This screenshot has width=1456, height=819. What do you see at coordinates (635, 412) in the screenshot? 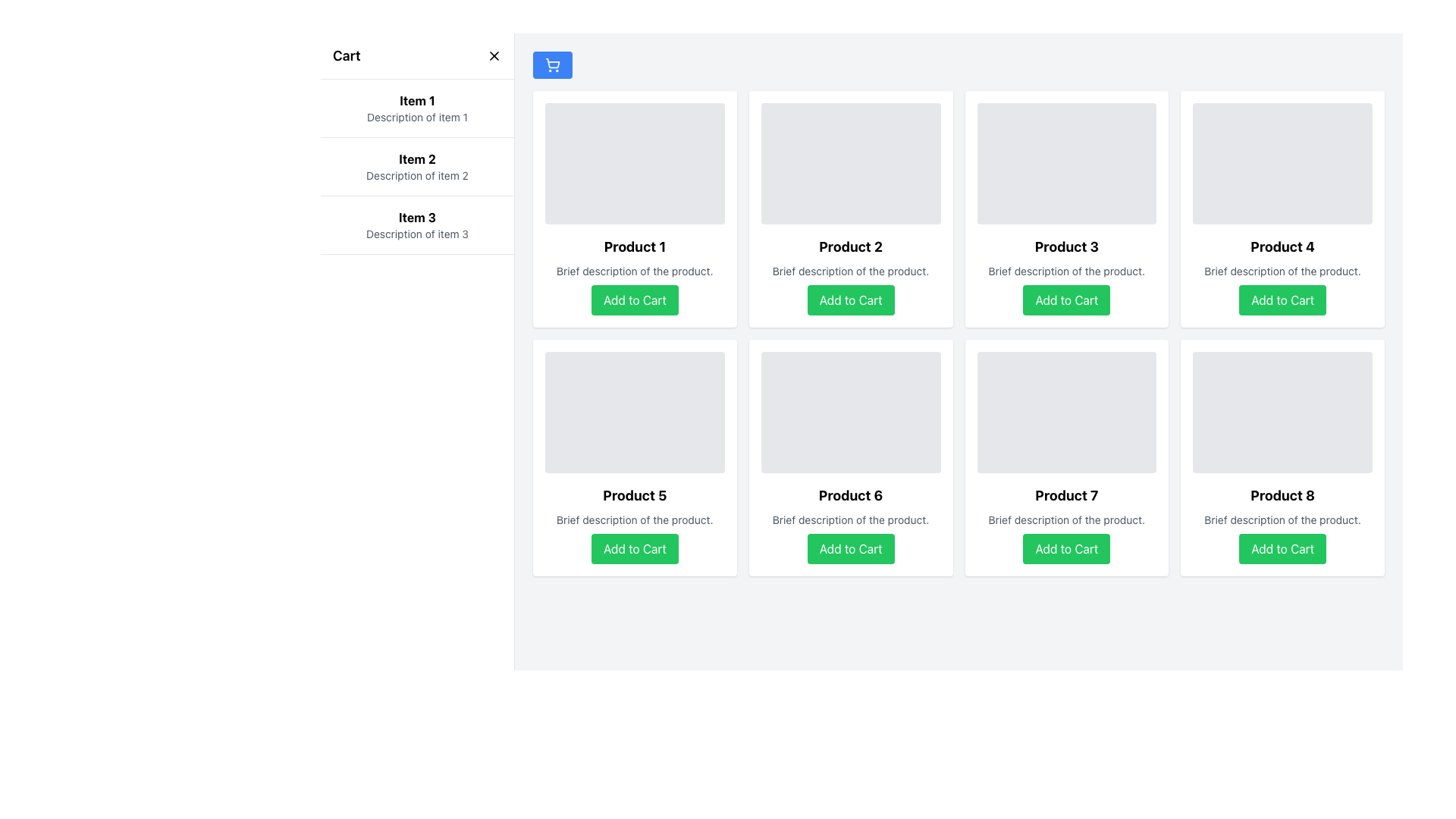
I see `the image placeholder located at the top of the 'Product 5' card, which serves as a representation for the product` at bounding box center [635, 412].